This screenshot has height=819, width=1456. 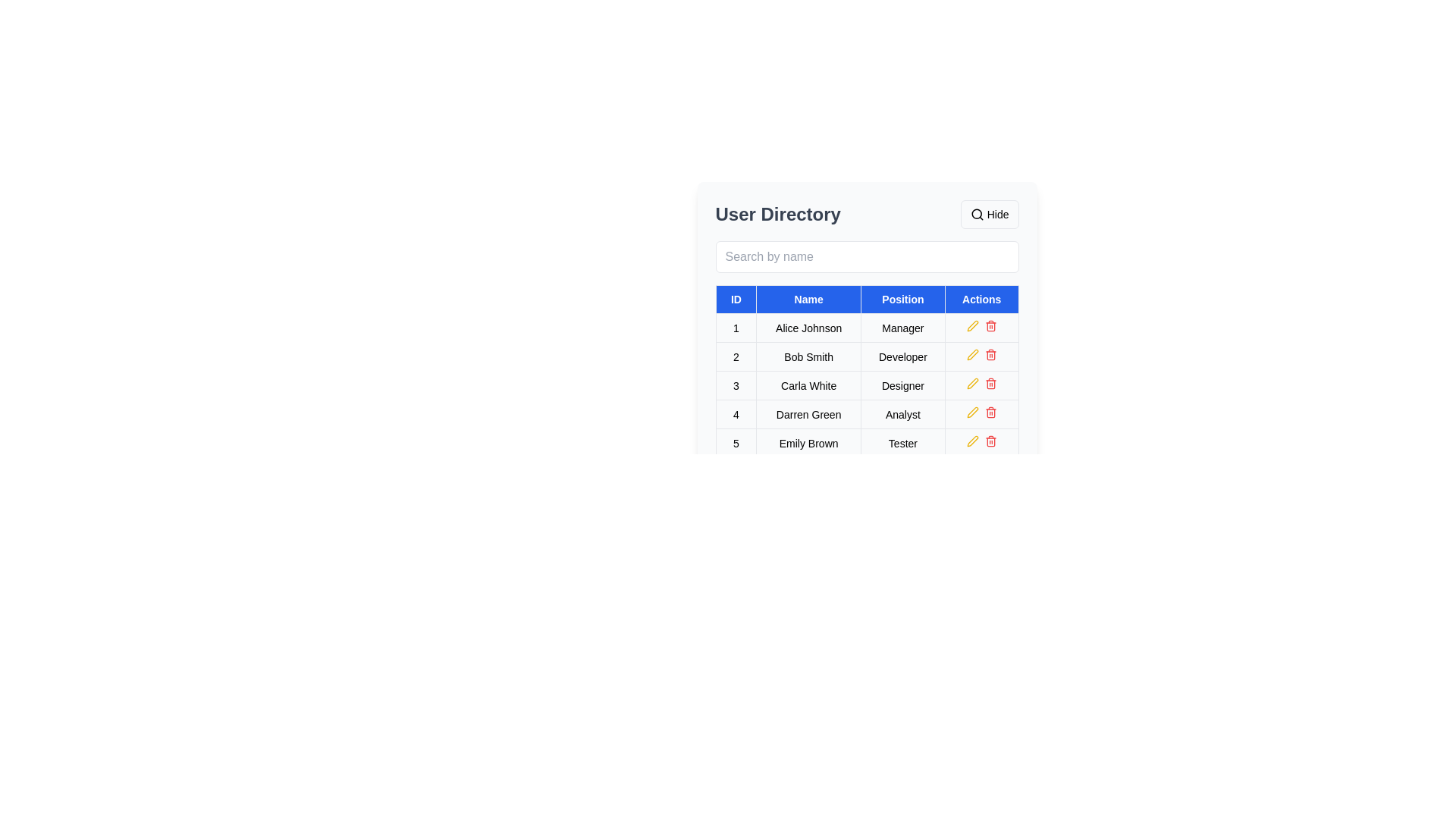 I want to click on the table header cell with a blue background and white text displaying 'ID', which is the first cell in the table header row, so click(x=736, y=299).